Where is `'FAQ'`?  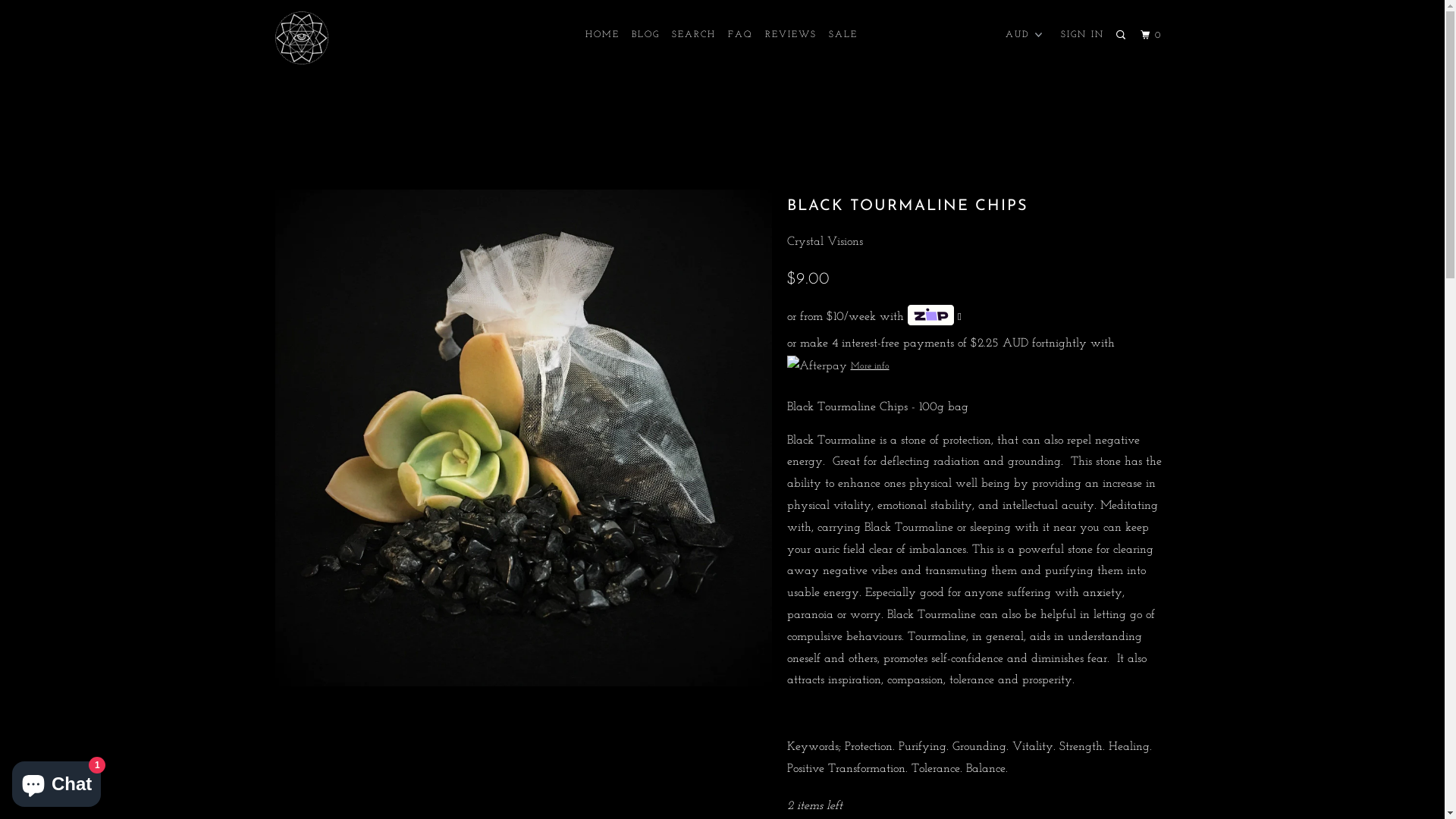
'FAQ' is located at coordinates (723, 34).